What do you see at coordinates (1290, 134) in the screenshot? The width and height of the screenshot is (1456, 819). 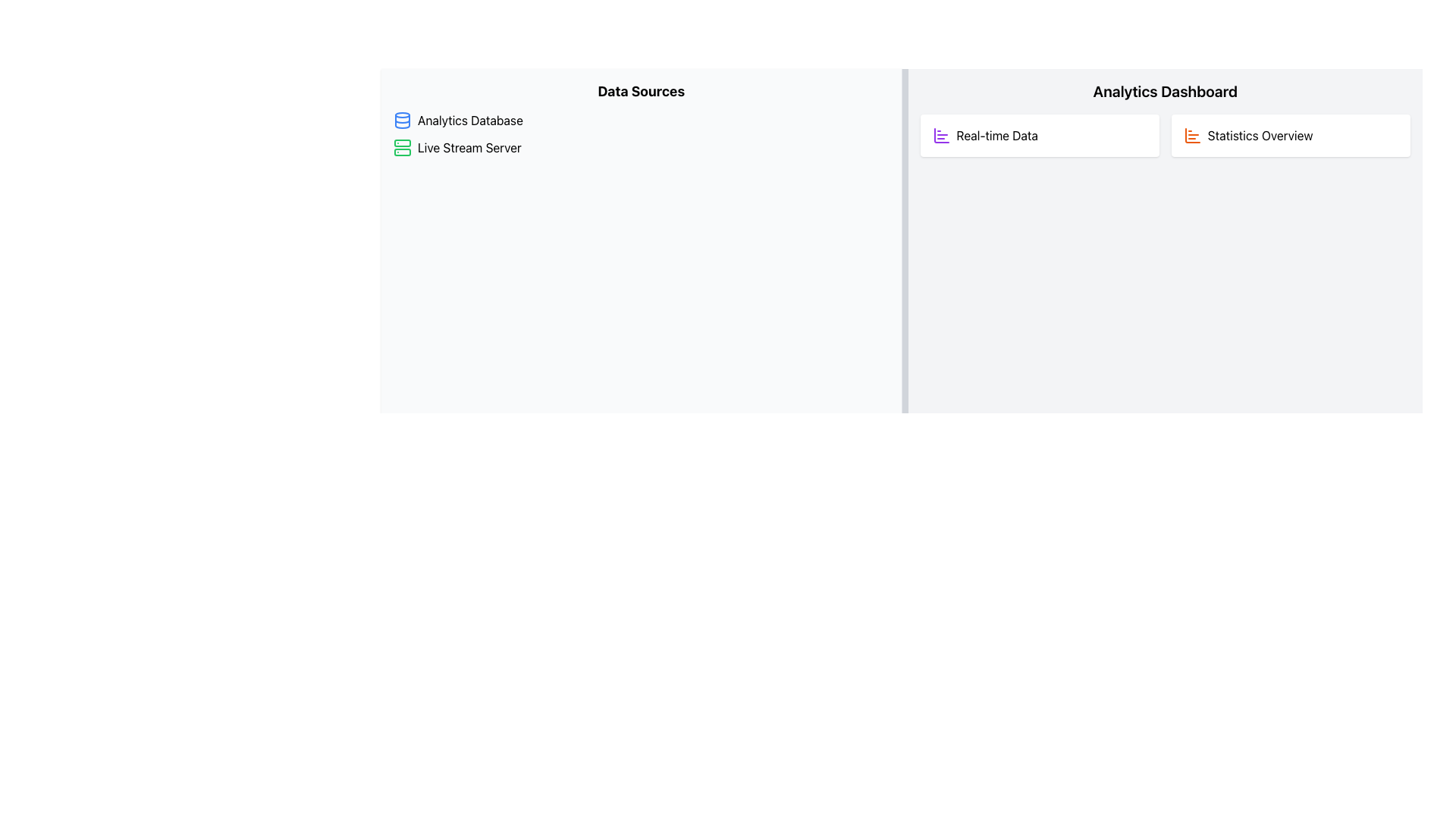 I see `the Informative Display located in the 'Analytics Dashboard' section, which serves as a non-interactive element for displaying statistics, positioned to the right of the 'Real-time Data' element` at bounding box center [1290, 134].